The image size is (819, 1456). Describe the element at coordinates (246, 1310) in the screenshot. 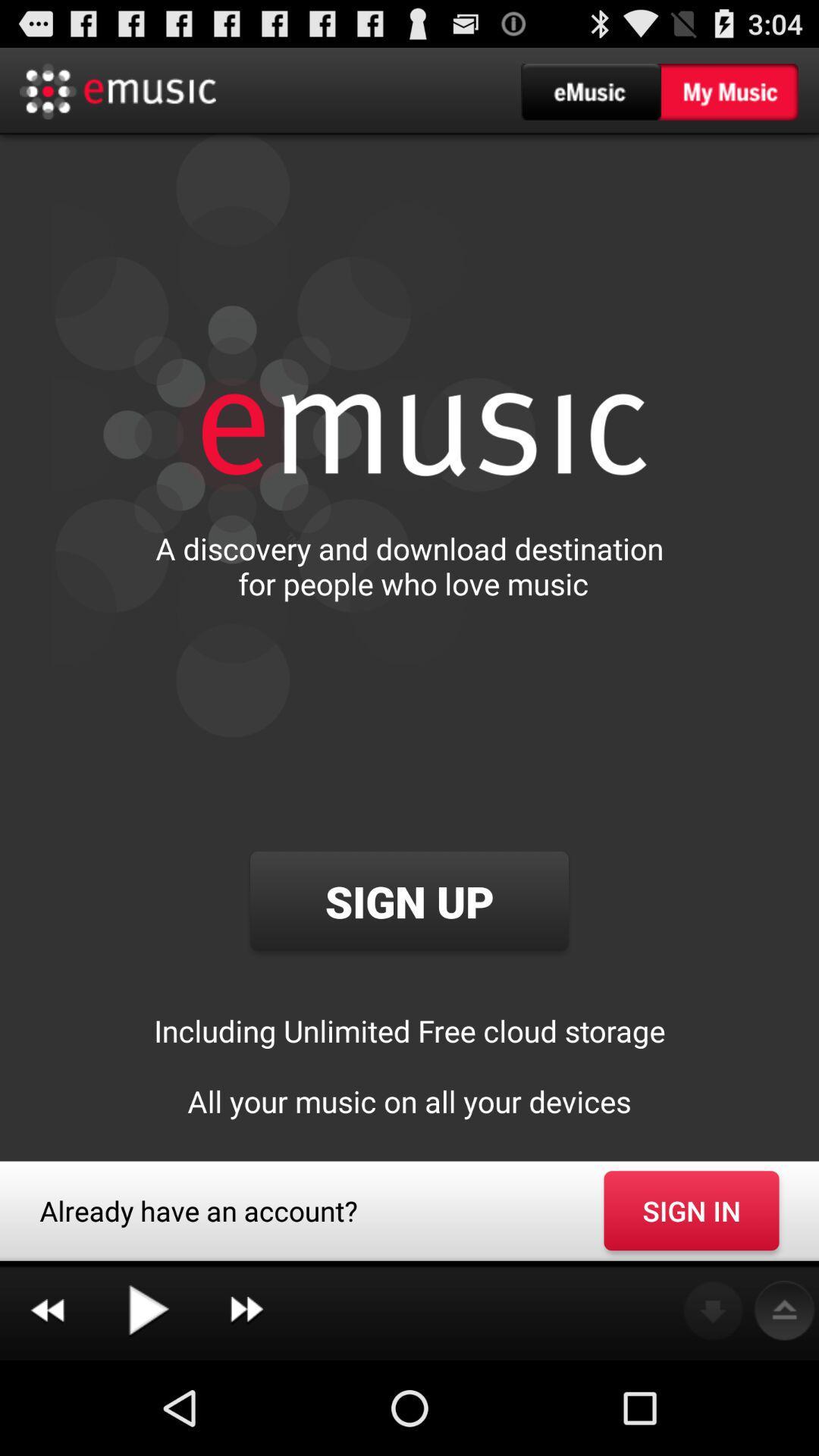

I see `the icon below already have an icon` at that location.